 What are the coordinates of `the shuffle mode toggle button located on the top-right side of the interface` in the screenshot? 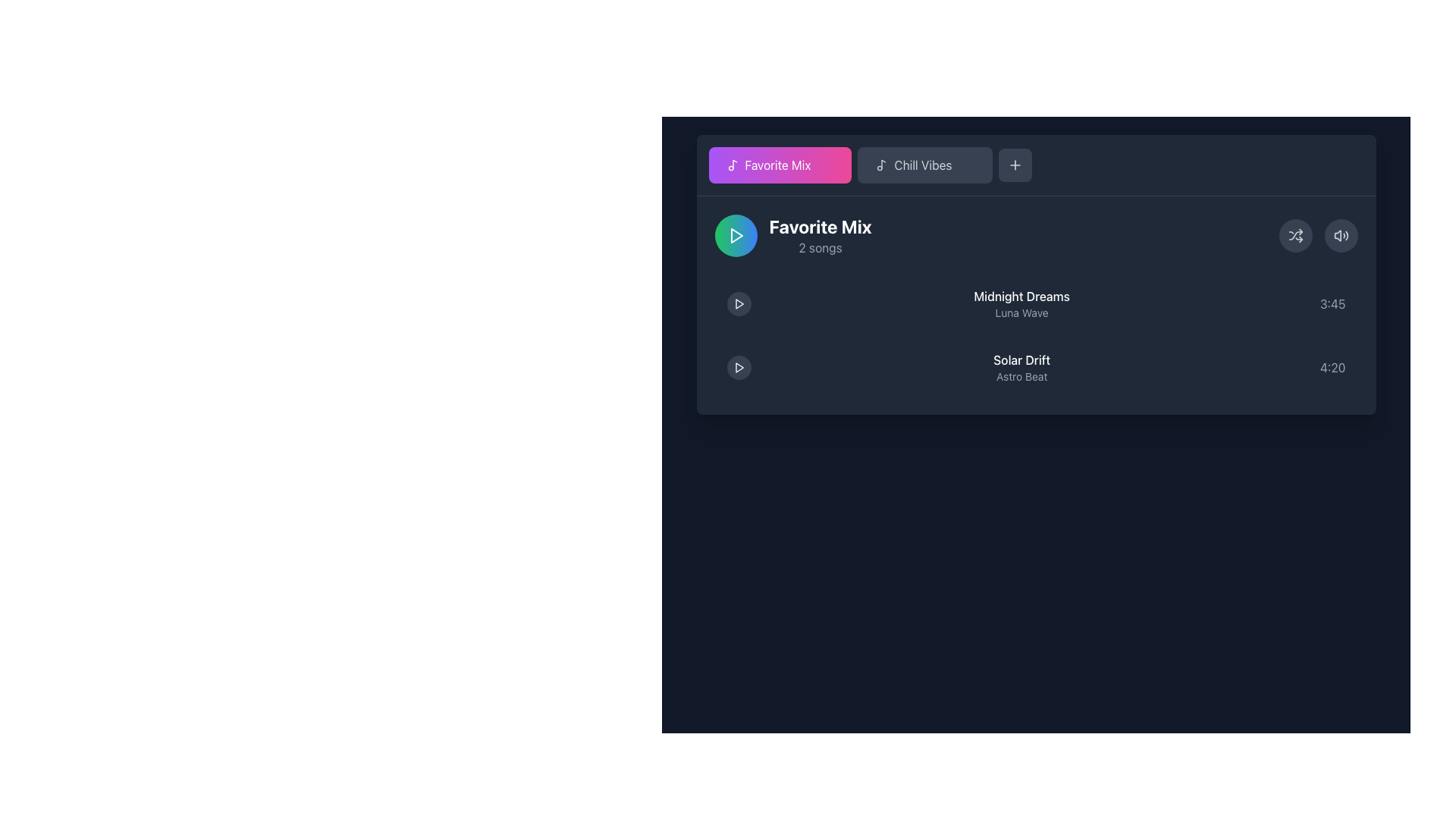 It's located at (1294, 236).